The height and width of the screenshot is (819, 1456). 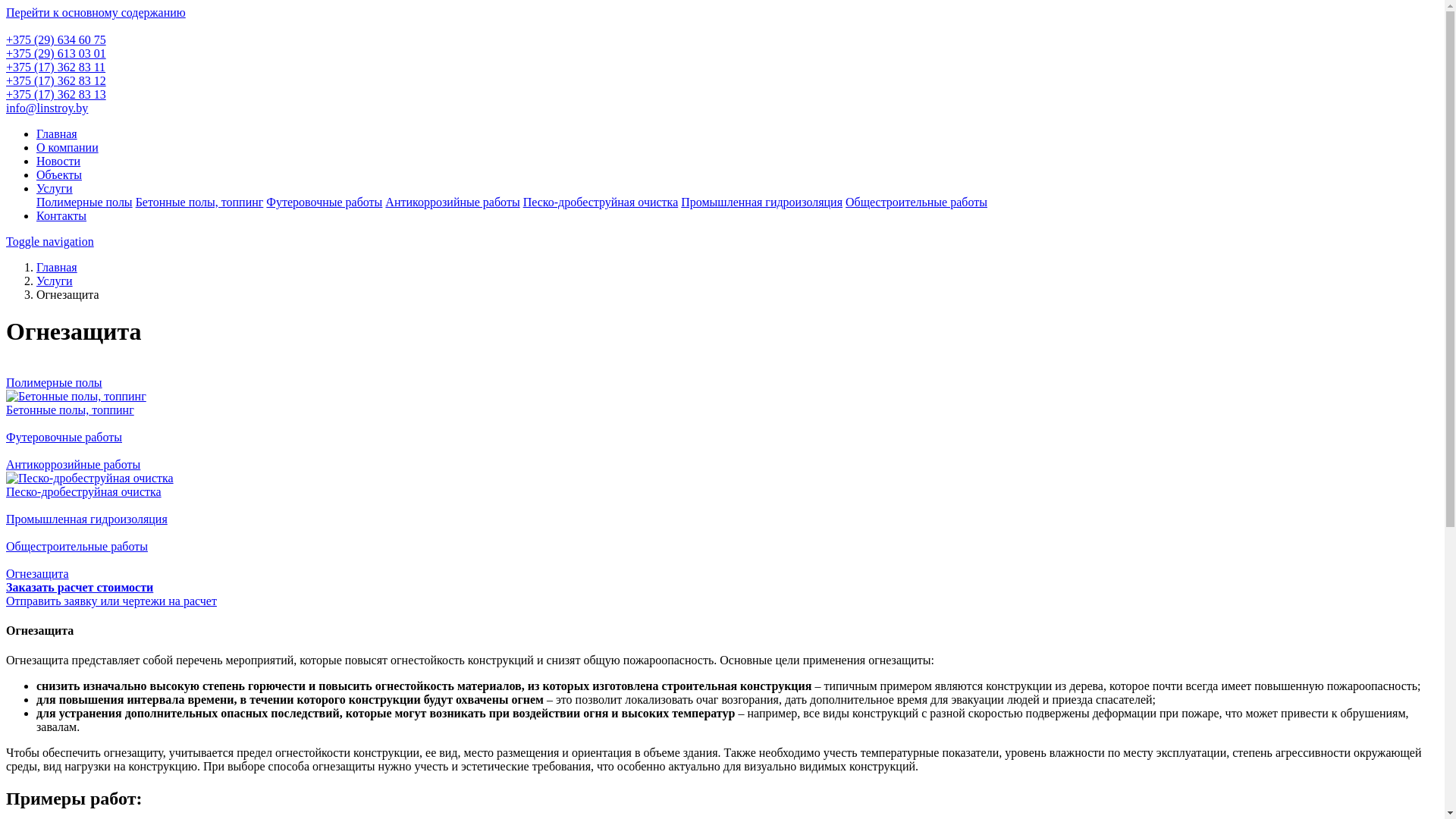 What do you see at coordinates (6, 39) in the screenshot?
I see `'+375 (29) 634 60 75'` at bounding box center [6, 39].